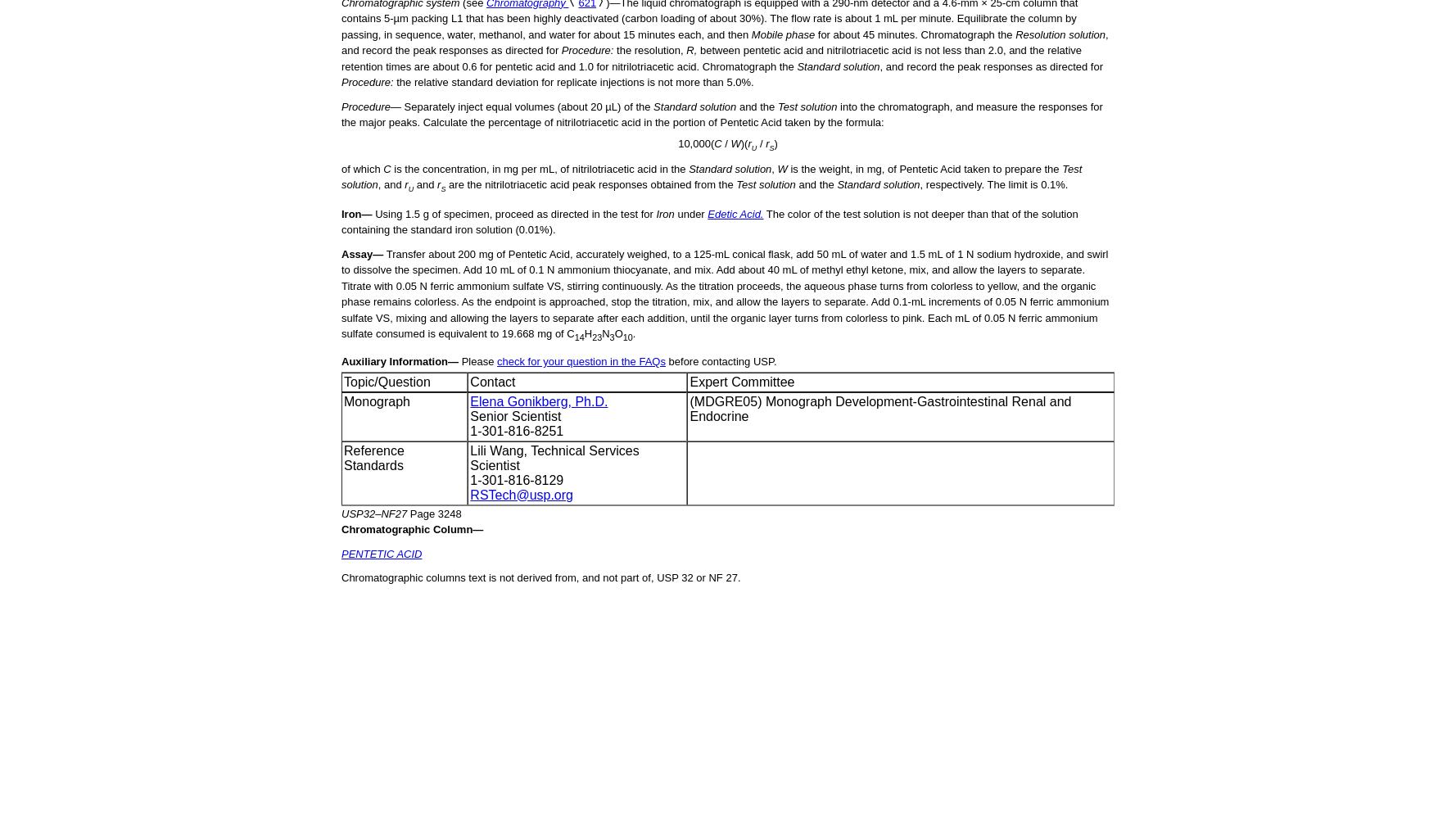 This screenshot has height=819, width=1456. What do you see at coordinates (739, 143) in the screenshot?
I see `')('` at bounding box center [739, 143].